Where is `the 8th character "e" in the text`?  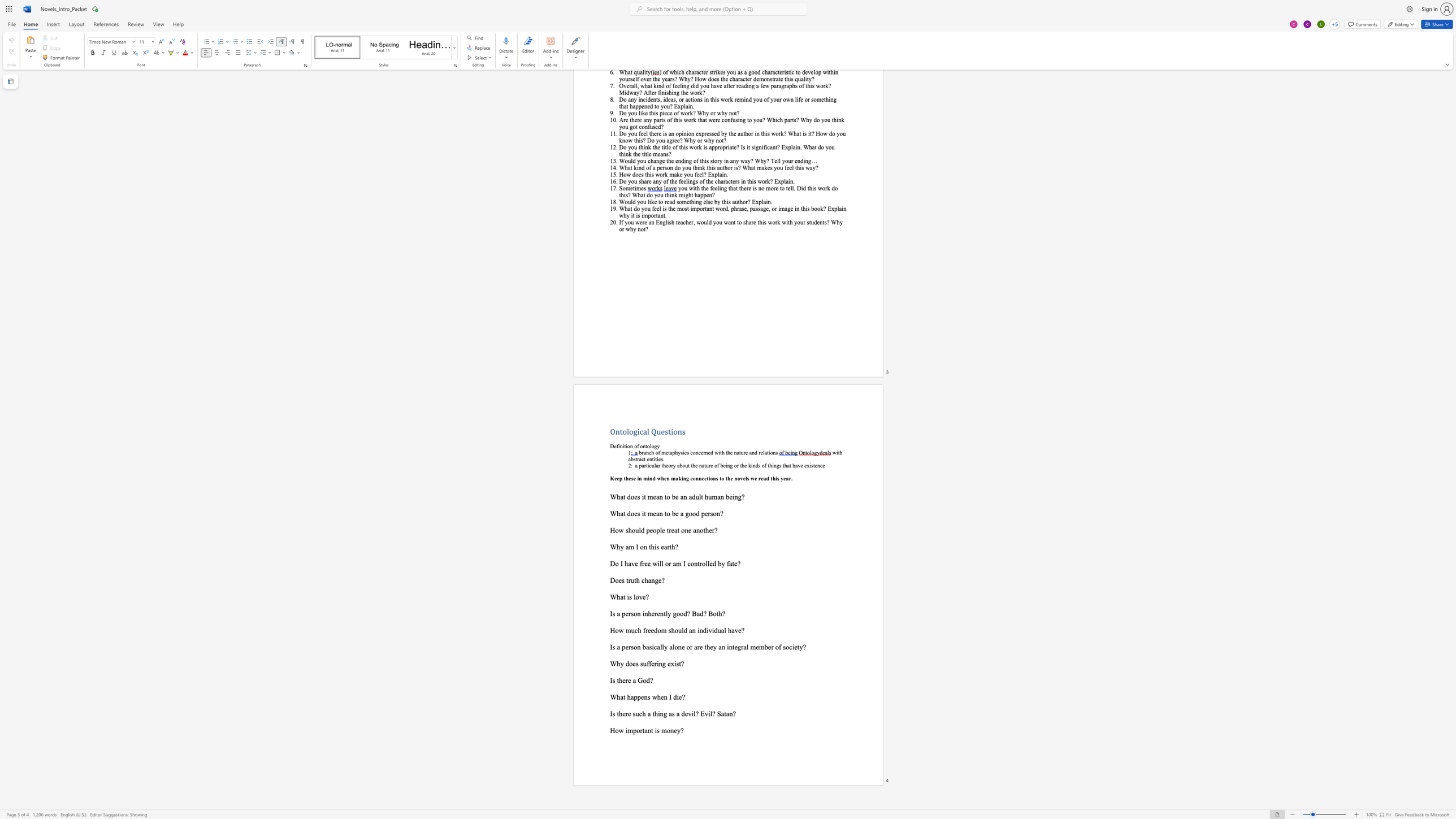 the 8th character "e" in the text is located at coordinates (744, 478).